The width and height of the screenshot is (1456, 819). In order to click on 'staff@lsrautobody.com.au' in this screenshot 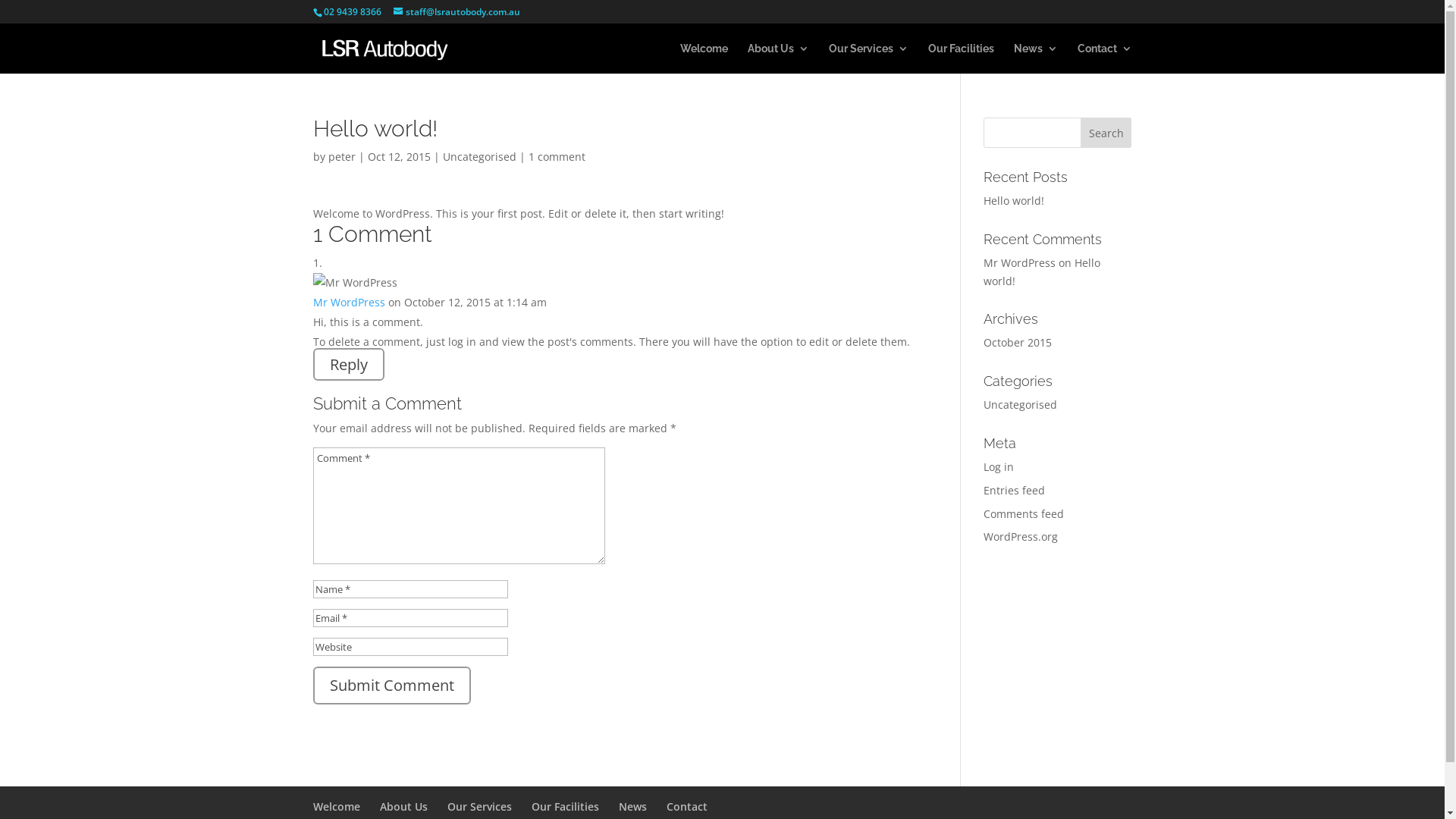, I will do `click(455, 11)`.